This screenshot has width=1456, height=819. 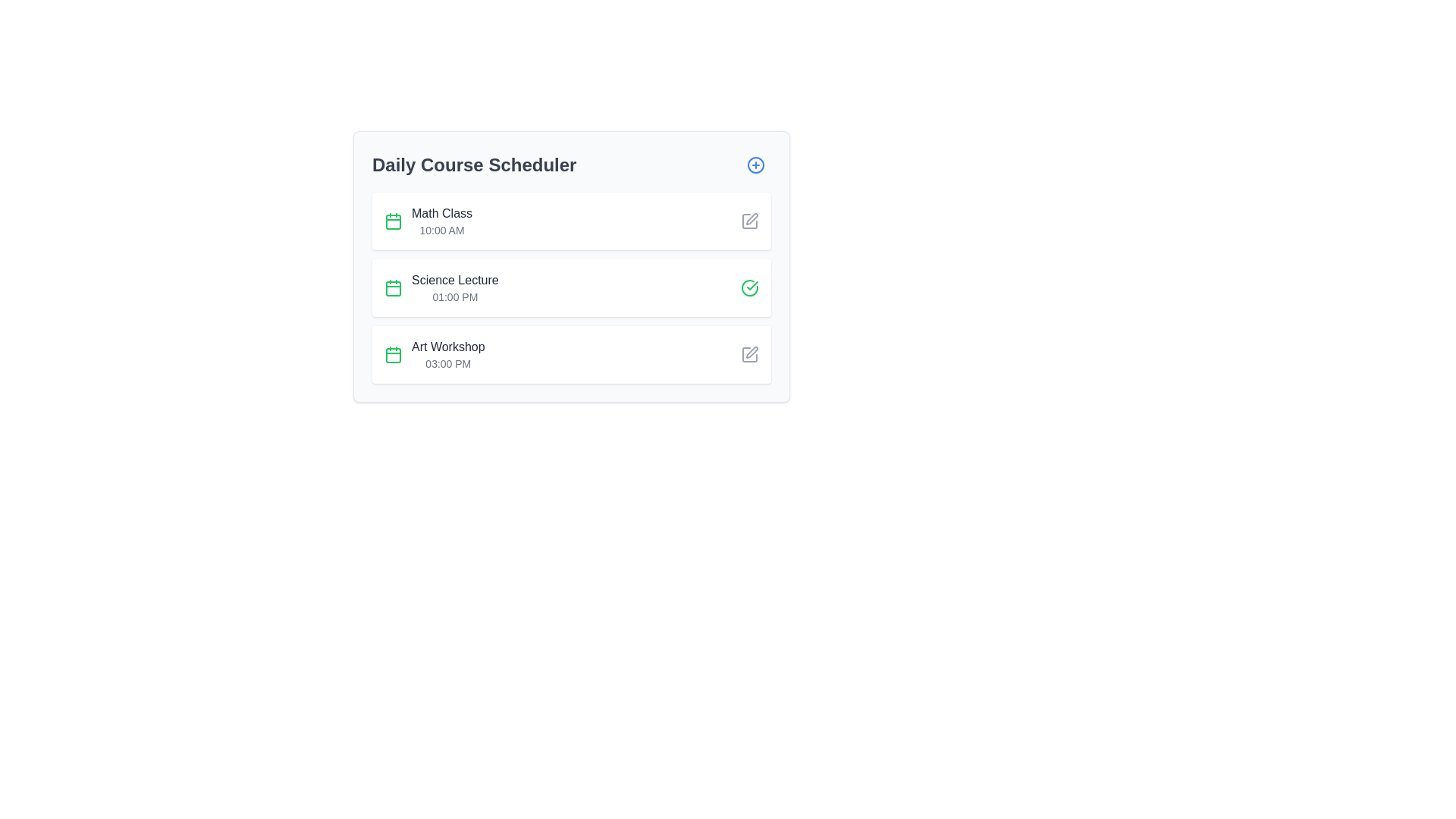 I want to click on the Static text label that serves as the title for the event in the Daily Course Scheduler, located centrally in the interface, so click(x=454, y=281).